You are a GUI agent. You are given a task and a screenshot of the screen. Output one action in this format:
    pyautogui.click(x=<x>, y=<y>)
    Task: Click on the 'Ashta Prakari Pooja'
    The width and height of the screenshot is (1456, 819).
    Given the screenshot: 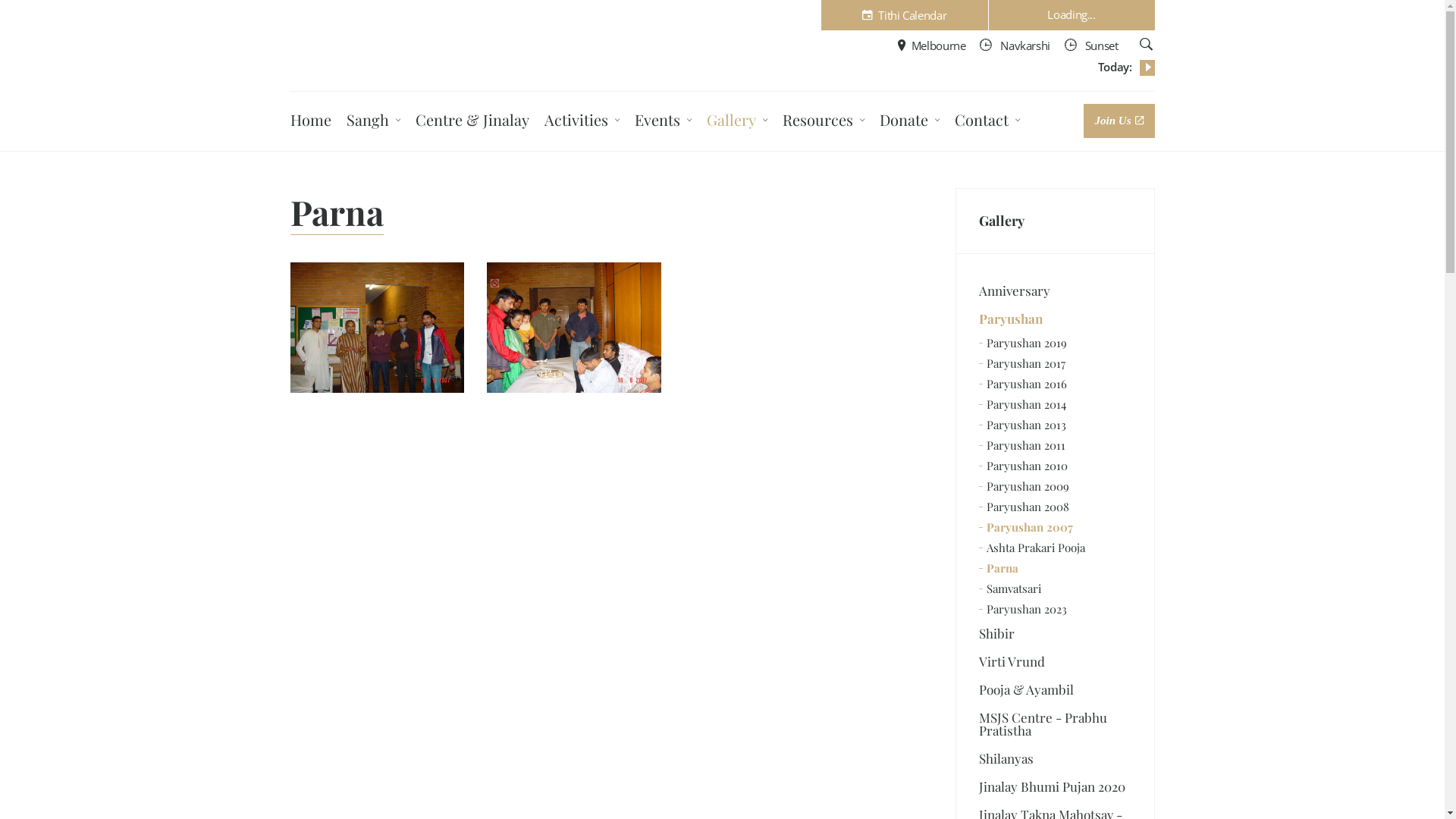 What is the action you would take?
    pyautogui.click(x=1054, y=548)
    